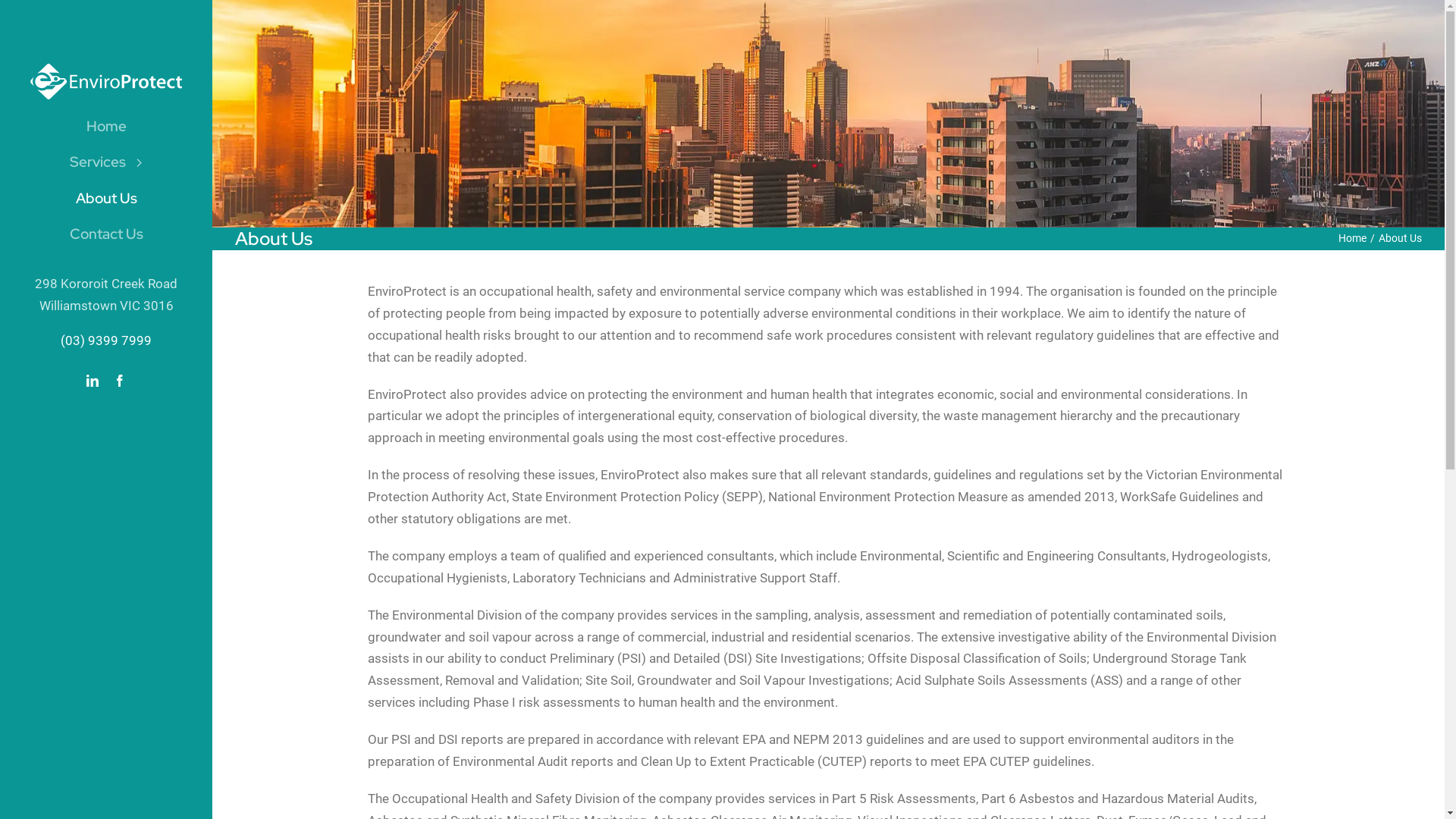 The image size is (1456, 819). I want to click on 'Home', so click(1352, 237).